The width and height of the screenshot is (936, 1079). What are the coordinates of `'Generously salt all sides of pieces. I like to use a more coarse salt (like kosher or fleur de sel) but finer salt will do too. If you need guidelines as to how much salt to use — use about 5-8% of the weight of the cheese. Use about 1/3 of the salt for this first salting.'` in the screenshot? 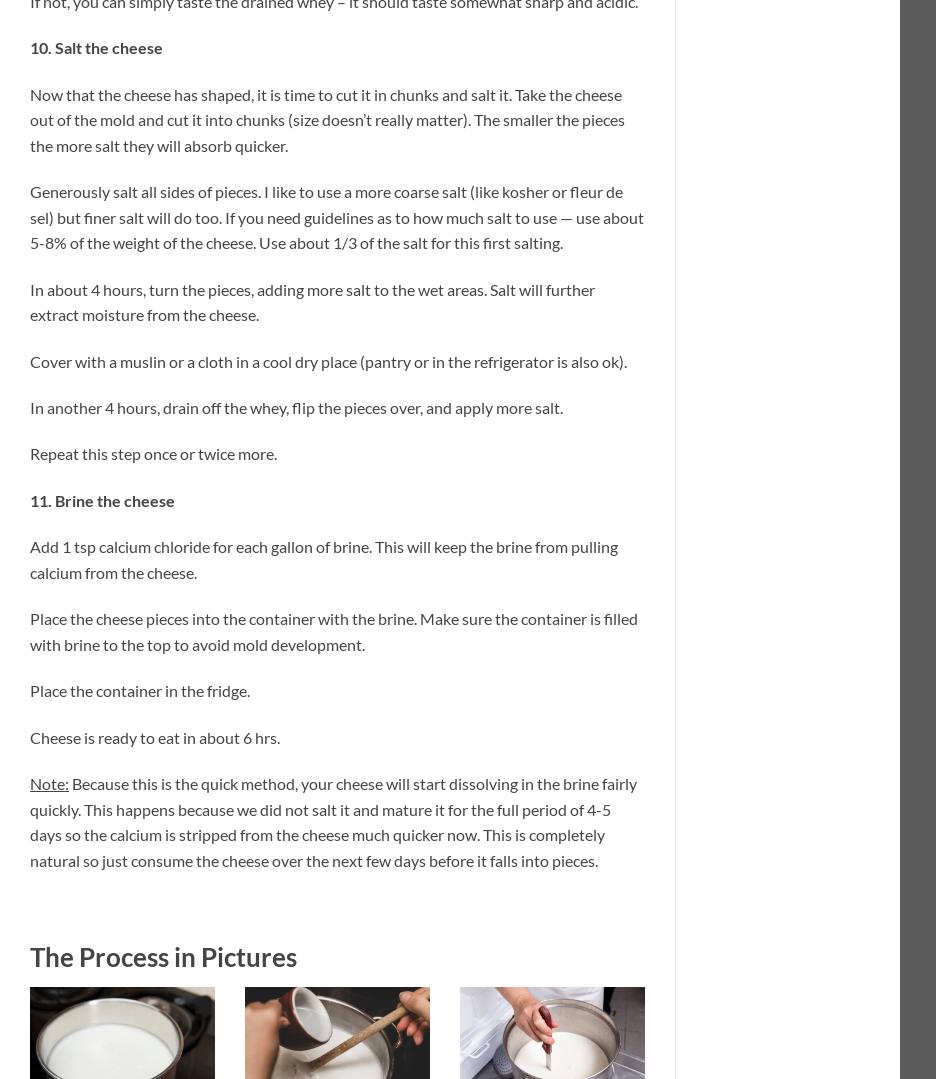 It's located at (335, 215).